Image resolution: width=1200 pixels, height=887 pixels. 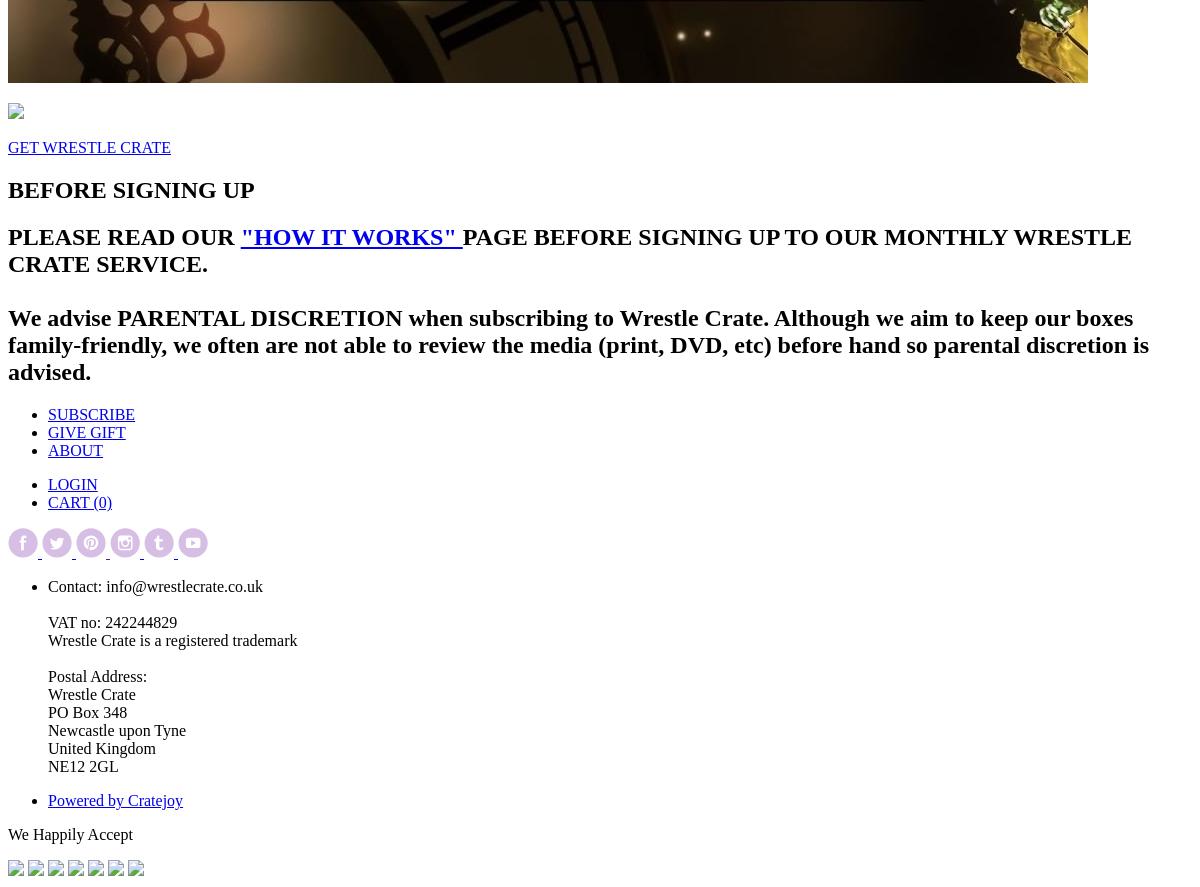 What do you see at coordinates (171, 640) in the screenshot?
I see `'Wrestle Crate is a registered trademark'` at bounding box center [171, 640].